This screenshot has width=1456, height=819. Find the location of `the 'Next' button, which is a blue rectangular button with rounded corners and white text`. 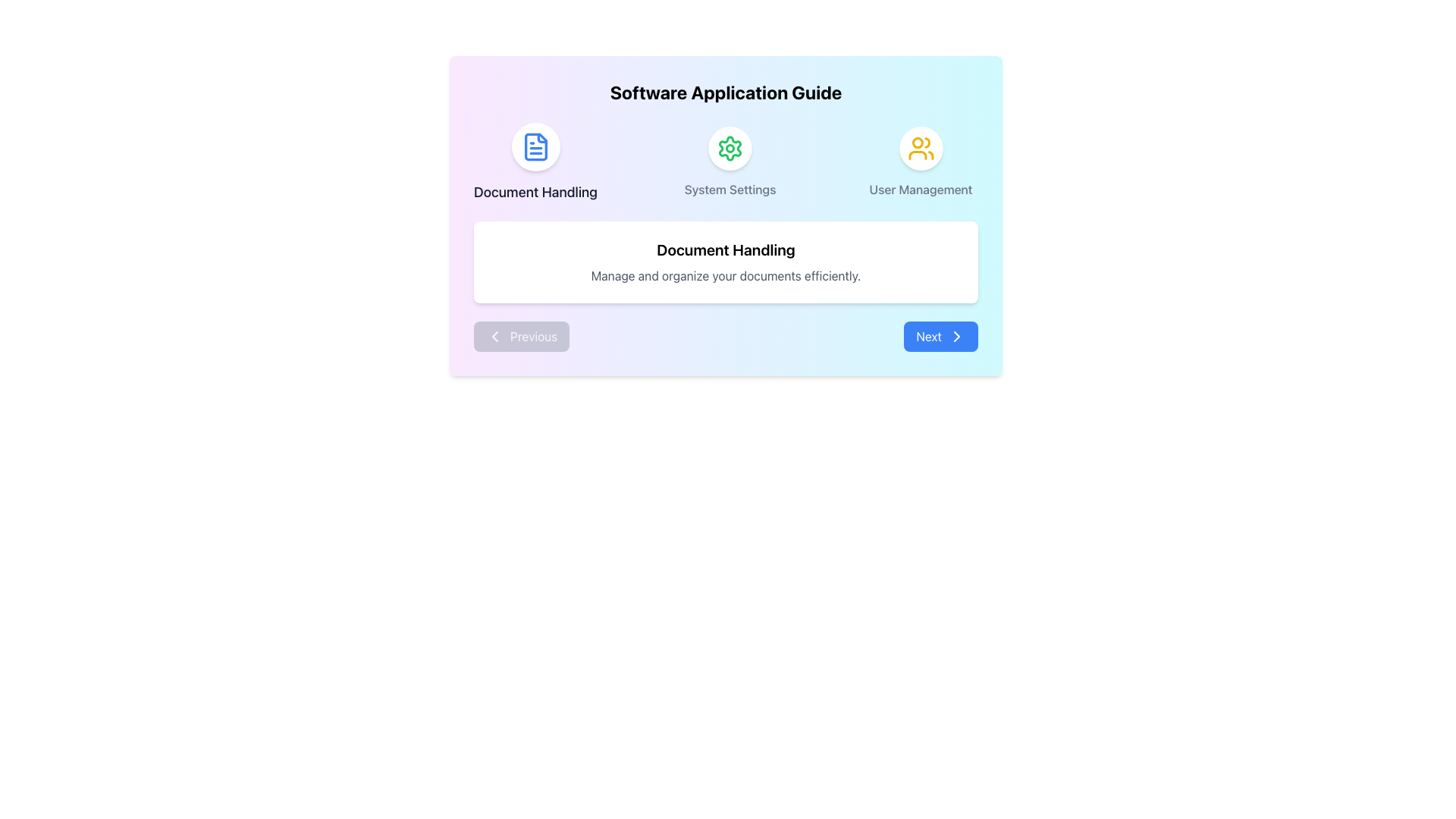

the 'Next' button, which is a blue rectangular button with rounded corners and white text is located at coordinates (940, 335).